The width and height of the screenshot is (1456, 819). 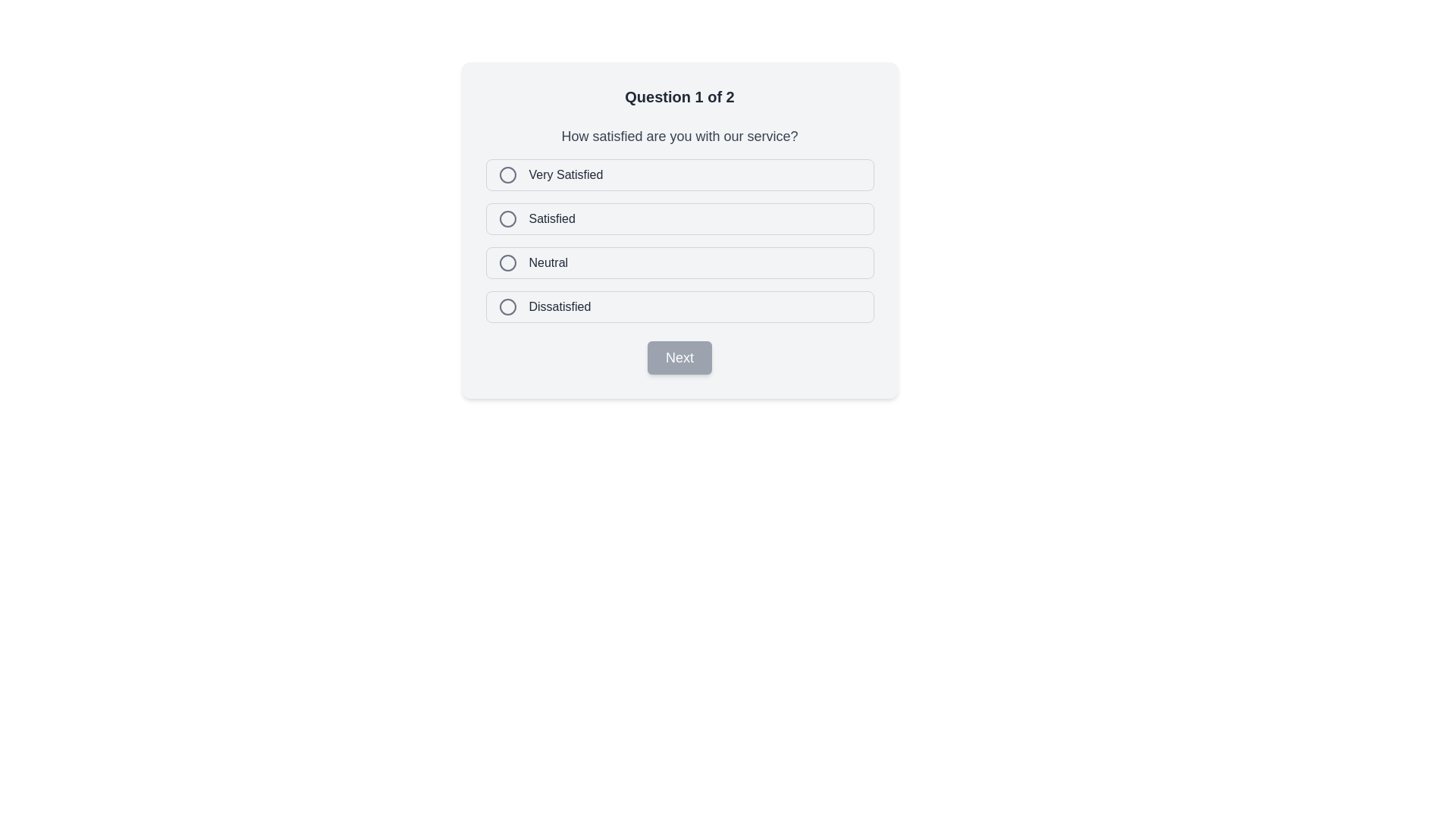 What do you see at coordinates (507, 219) in the screenshot?
I see `the hollow gray circle element of the second radio button labeled 'Satisfied'` at bounding box center [507, 219].